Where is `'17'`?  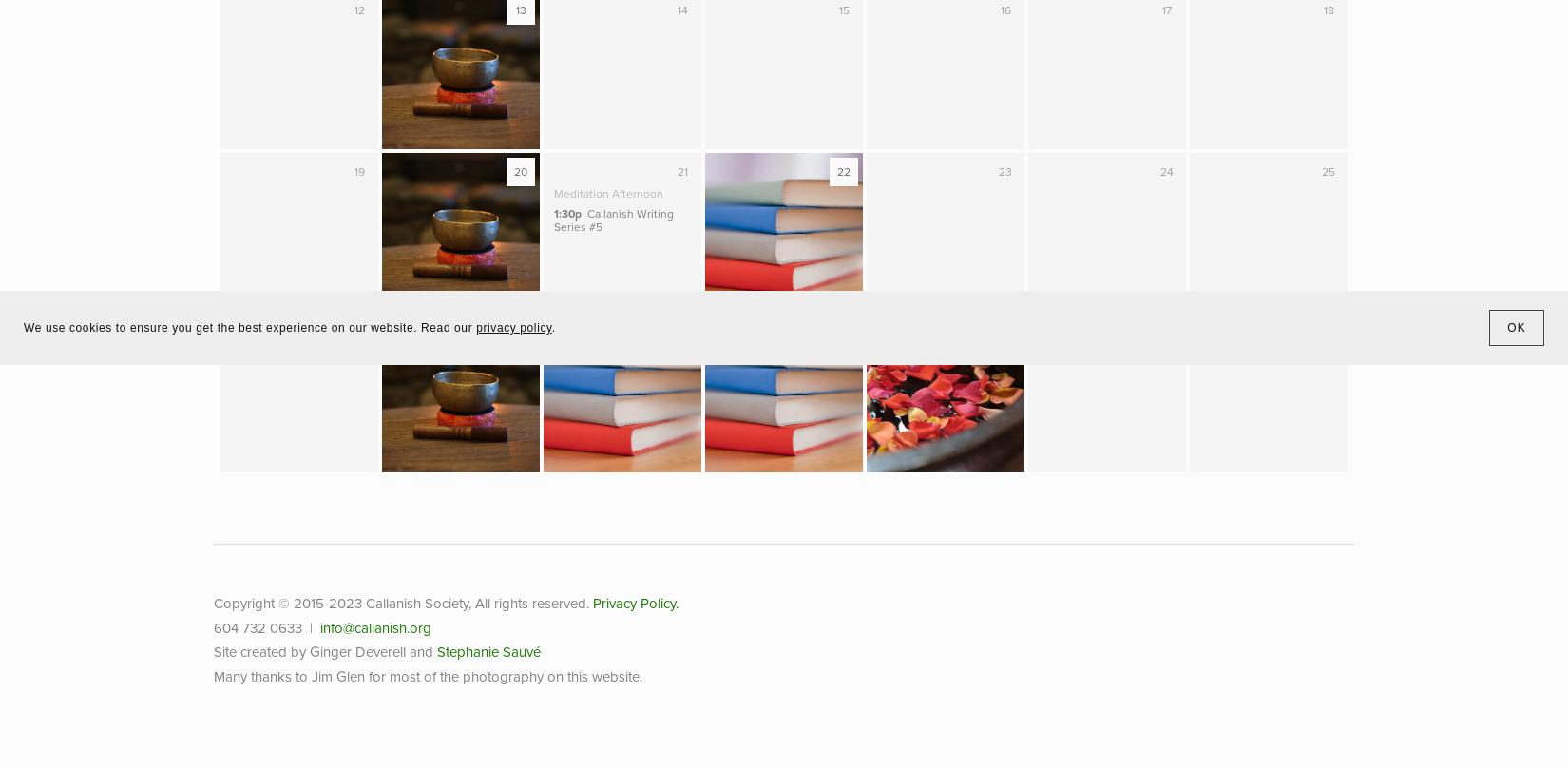 '17' is located at coordinates (1161, 10).